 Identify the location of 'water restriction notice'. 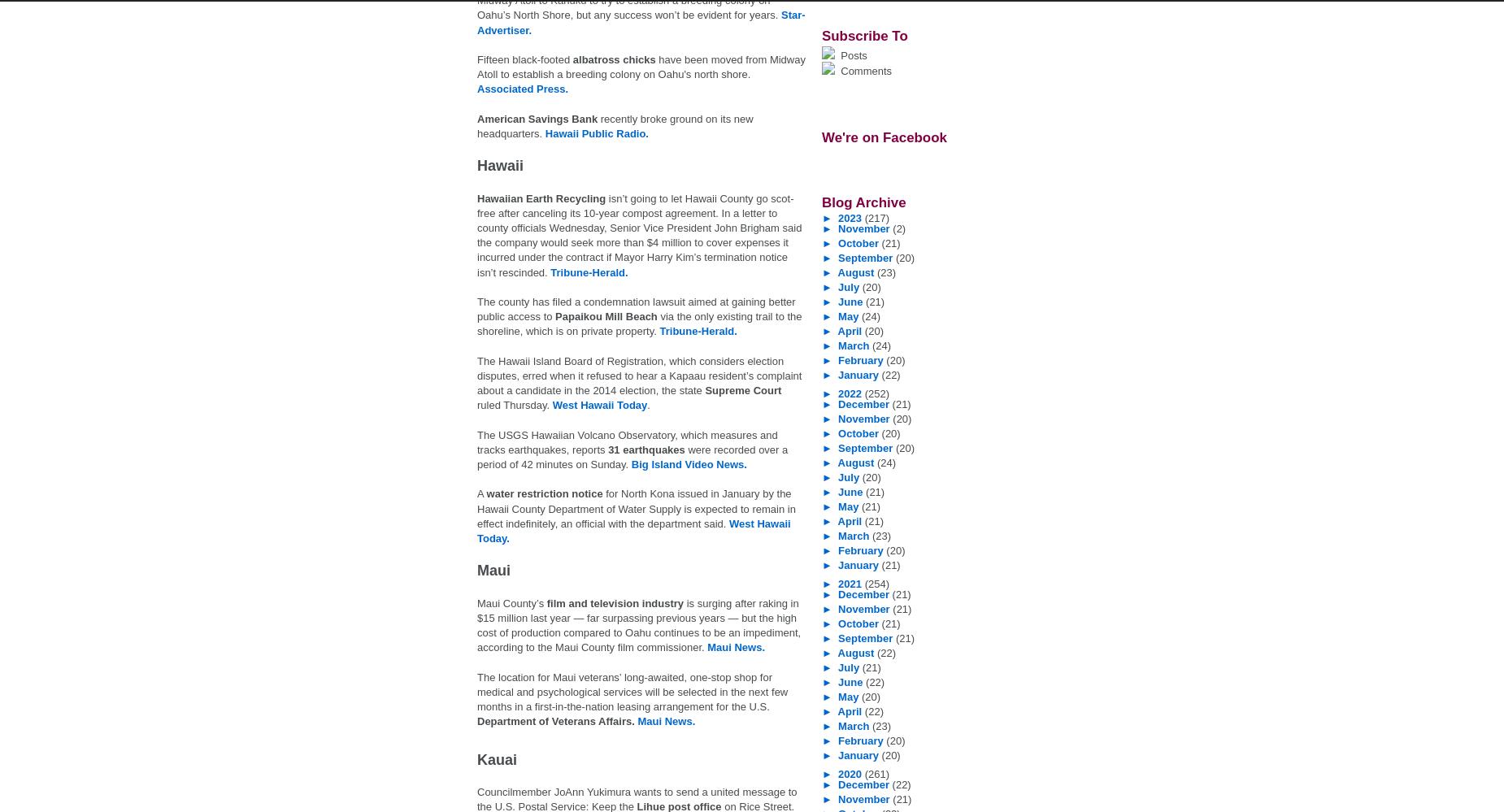
(485, 493).